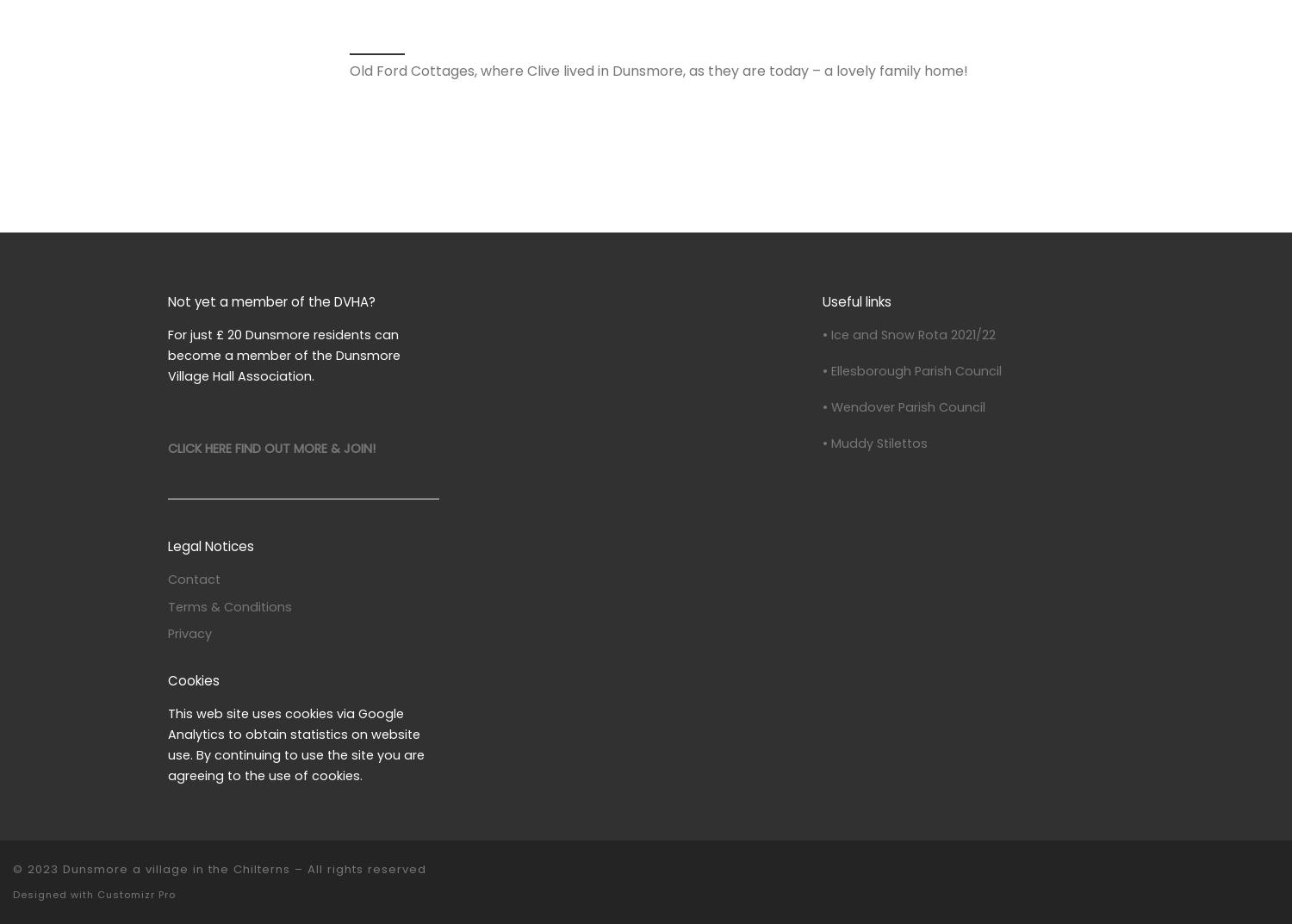 The width and height of the screenshot is (1292, 924). What do you see at coordinates (230, 605) in the screenshot?
I see `'Terms & Conditions'` at bounding box center [230, 605].